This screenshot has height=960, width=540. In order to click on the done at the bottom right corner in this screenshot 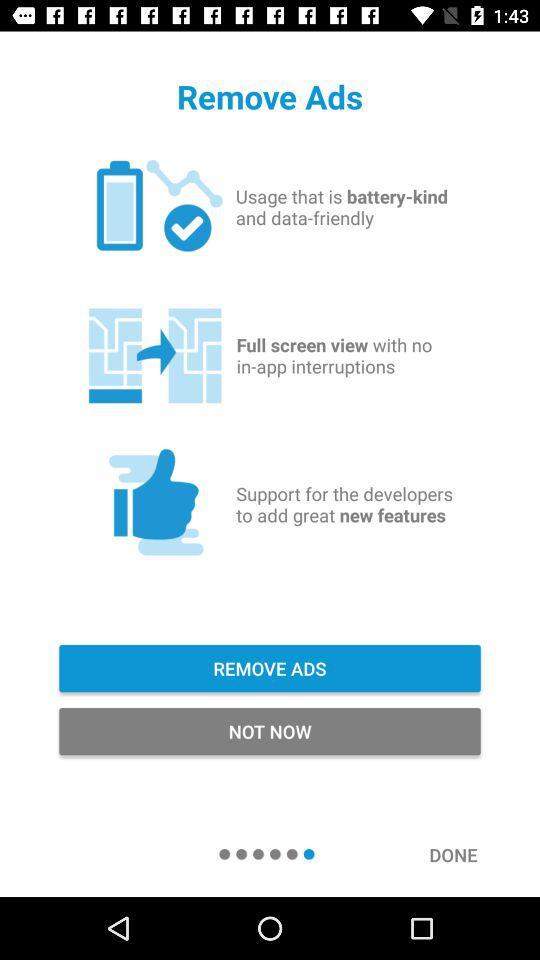, I will do `click(463, 853)`.